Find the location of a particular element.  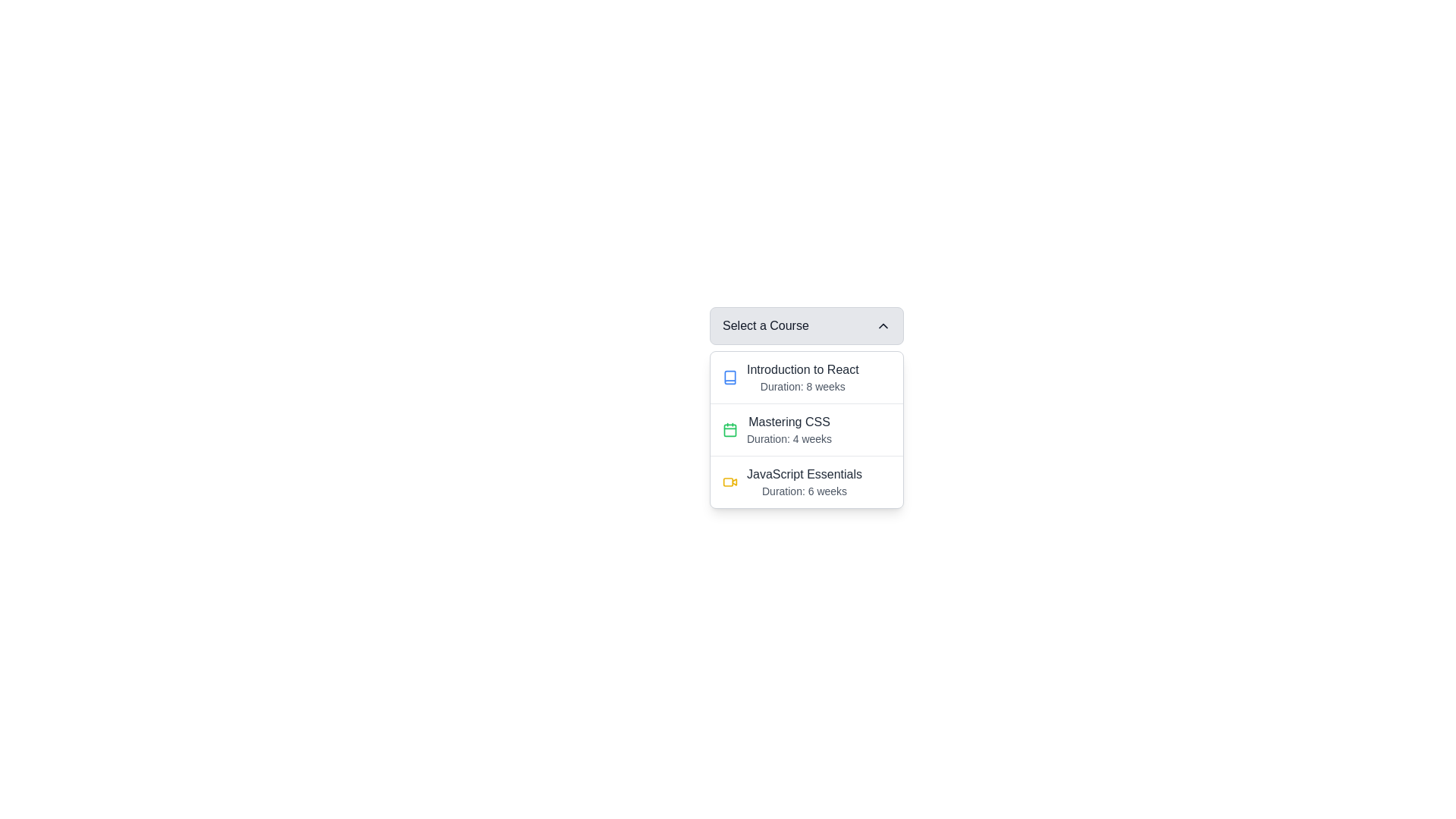

the text label displaying 'Duration: 6 weeks', which is positioned directly below the 'JavaScript Essentials' text in the vertical list under 'Select a Course' is located at coordinates (803, 491).